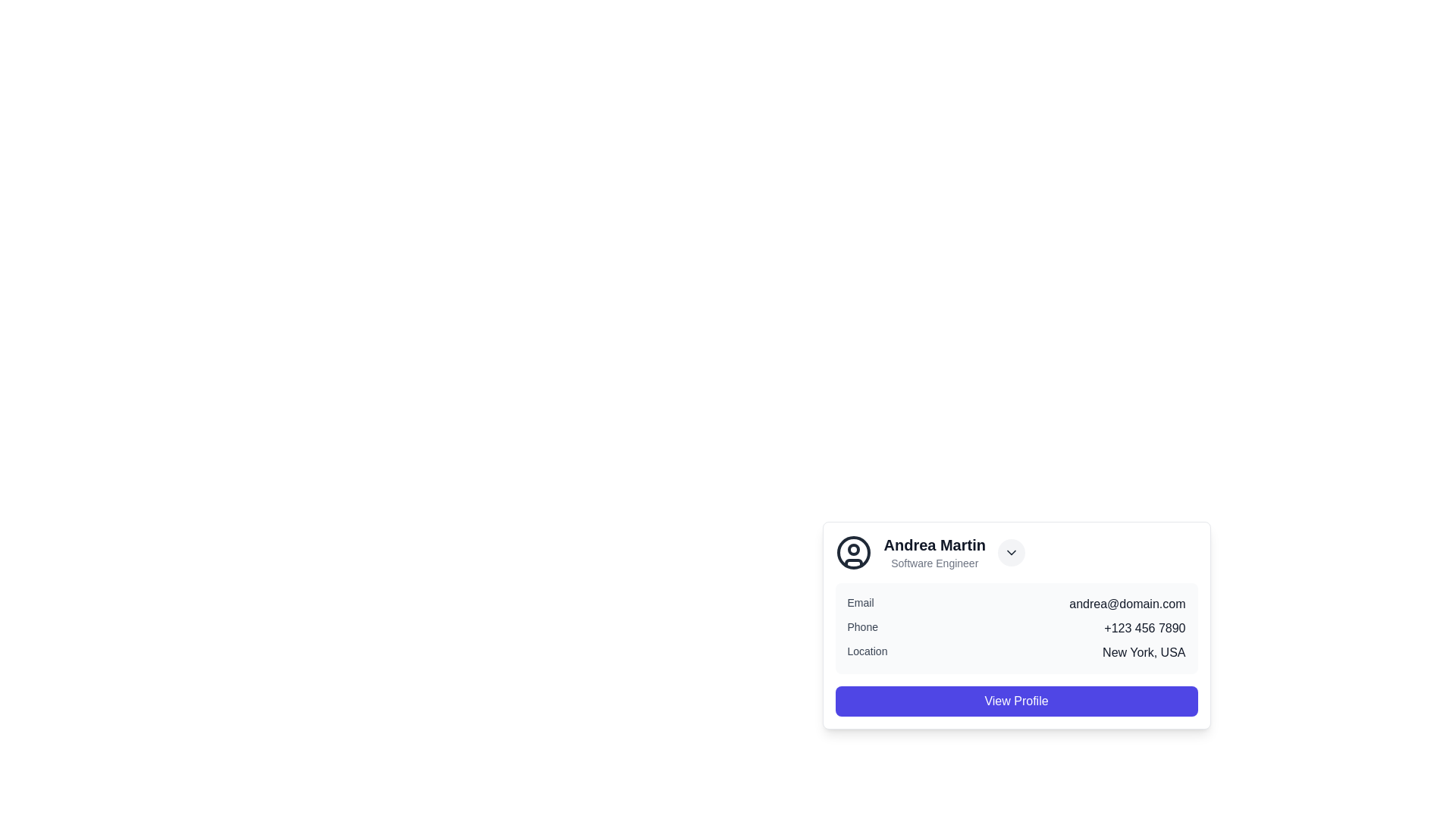 The image size is (1456, 819). Describe the element at coordinates (853, 550) in the screenshot. I see `the decorative icon component, which is a circle shape located in the top-left region of the graphical user icon on the profile card` at that location.